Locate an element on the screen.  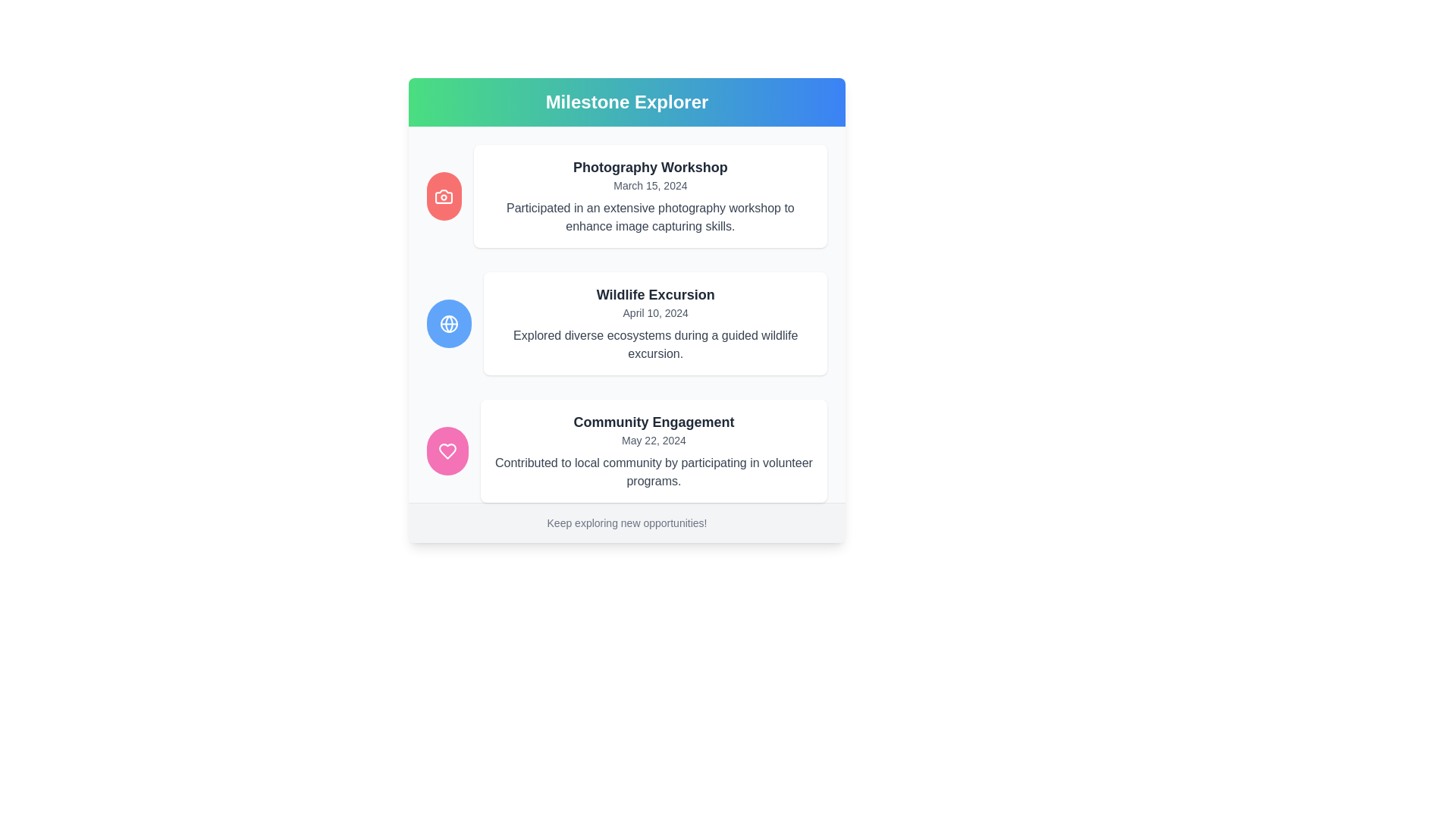
text label displaying 'April 10, 2024', which is styled in a smaller font and positioned under the title 'Wildlife Excursion' in the second panel of the interface is located at coordinates (655, 312).